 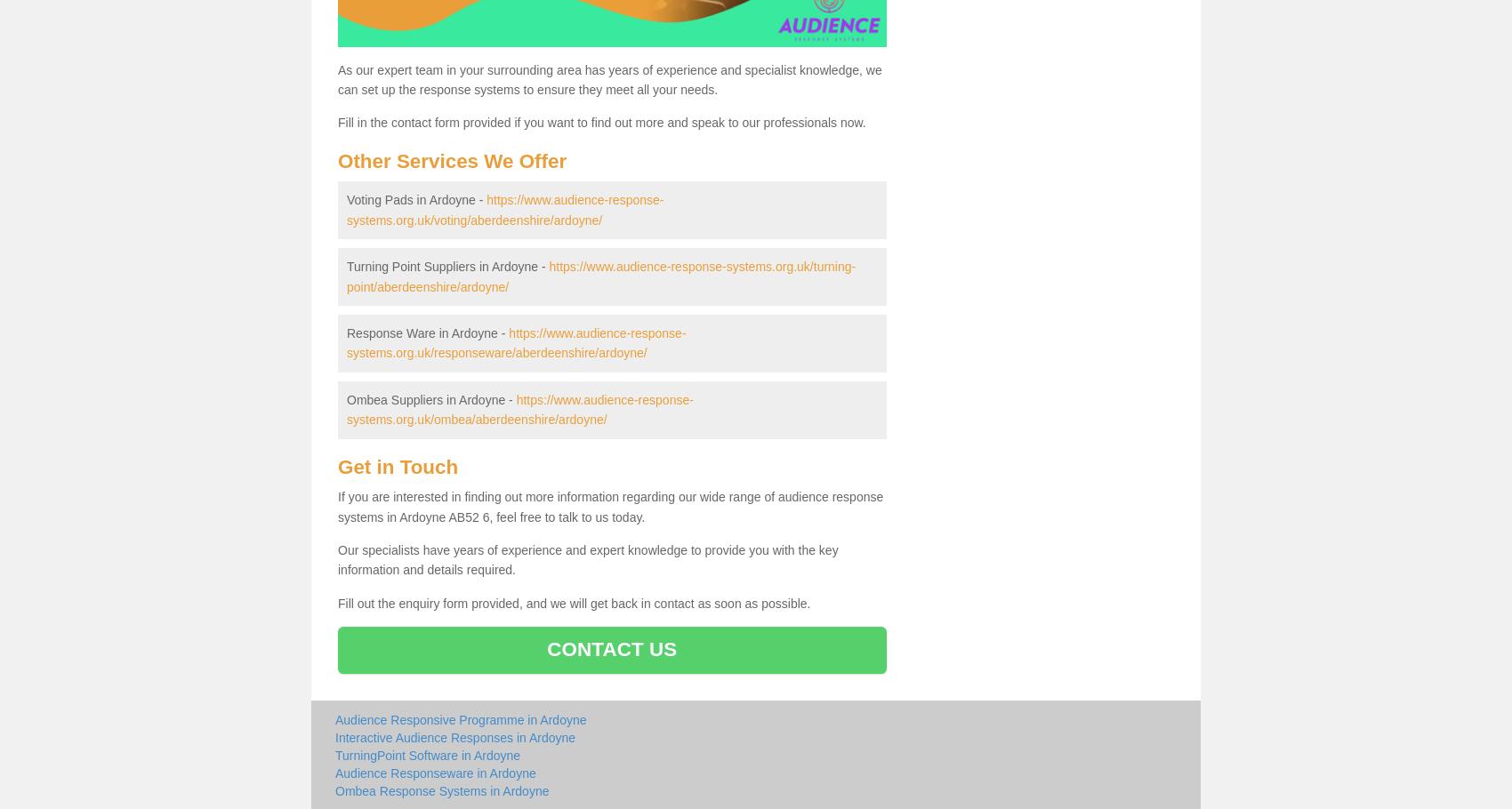 I want to click on 'CONTACT US', so click(x=611, y=648).